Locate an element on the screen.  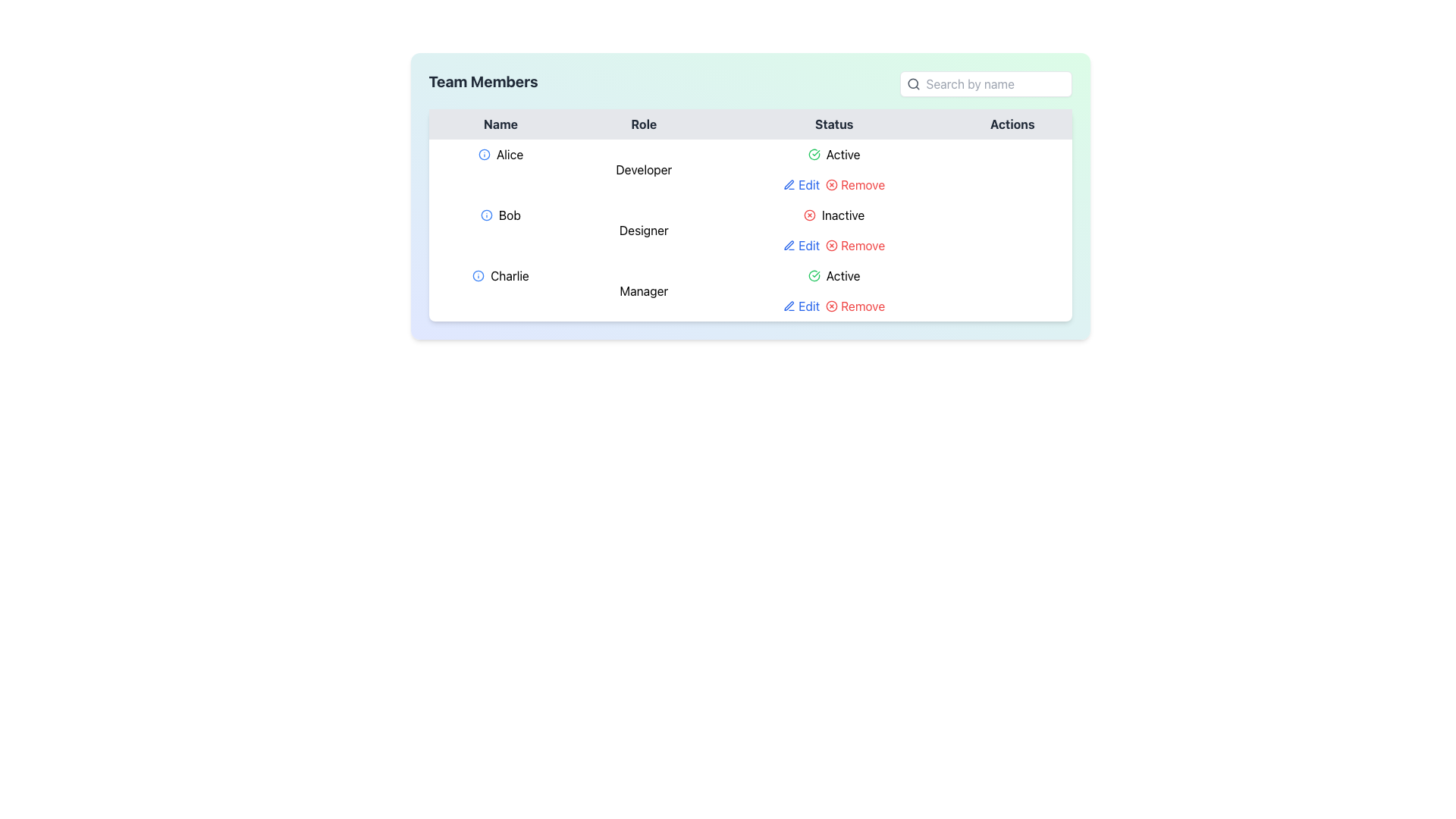
the 'Edit' icon in the 'Actions' column of the table corresponding to Bob in the second row is located at coordinates (789, 184).